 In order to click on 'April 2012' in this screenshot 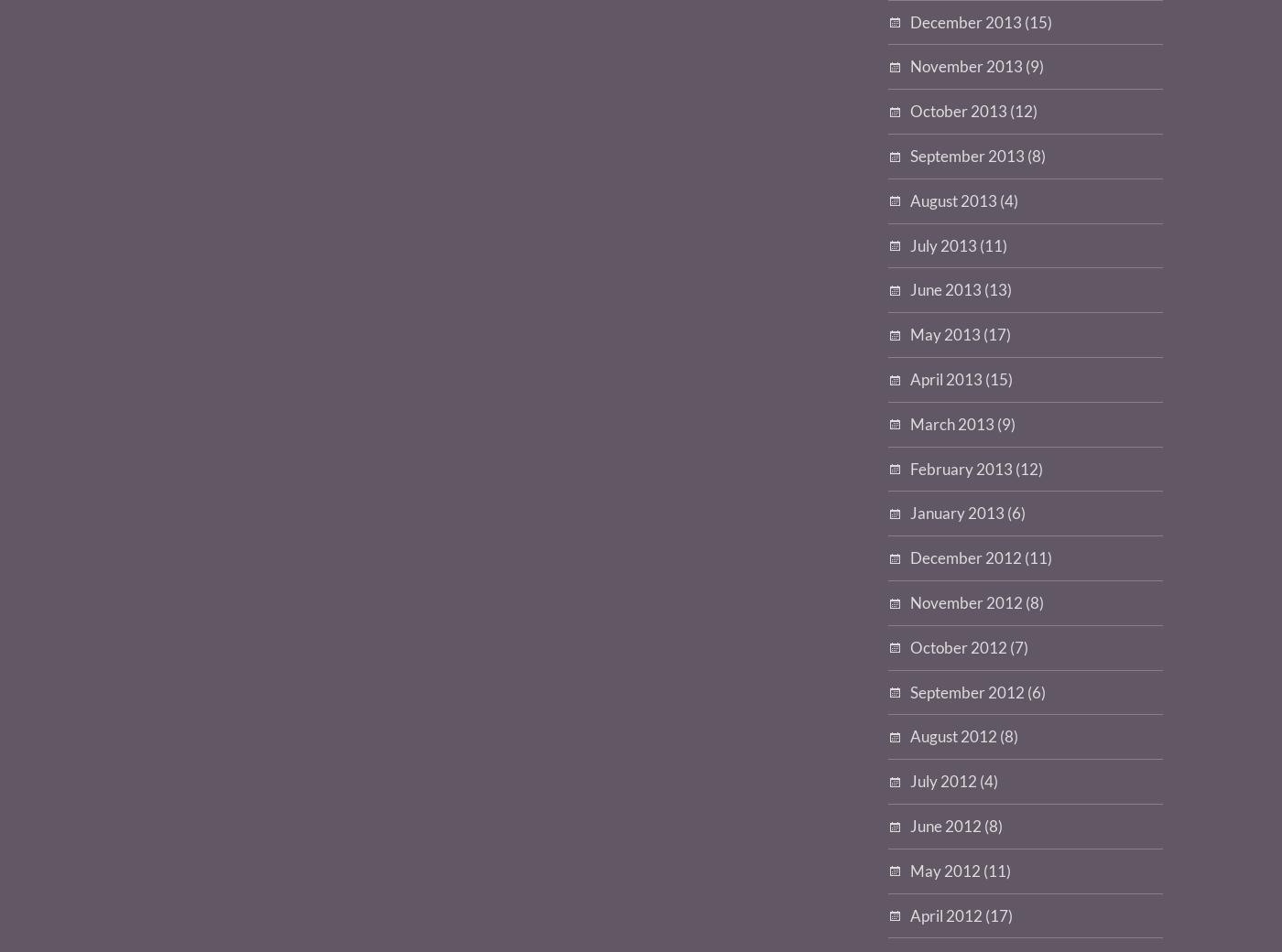, I will do `click(946, 914)`.